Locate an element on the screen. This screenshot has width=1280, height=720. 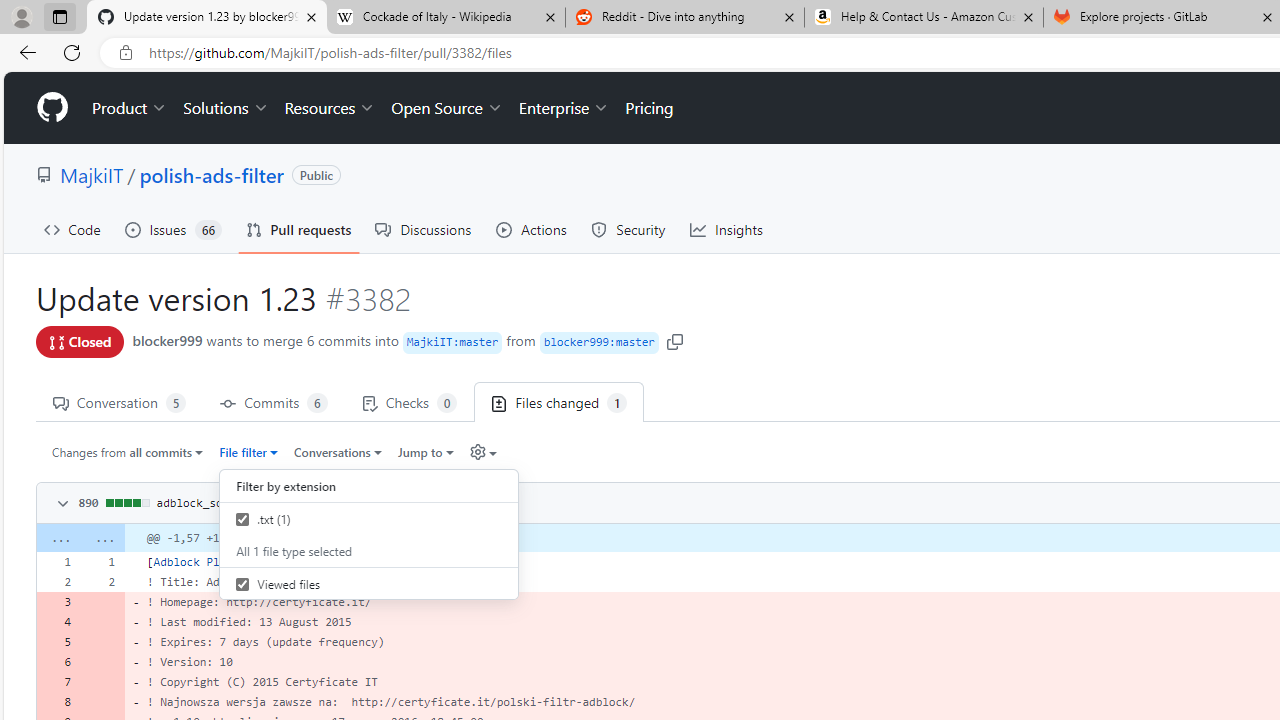
'Security' is located at coordinates (627, 229).